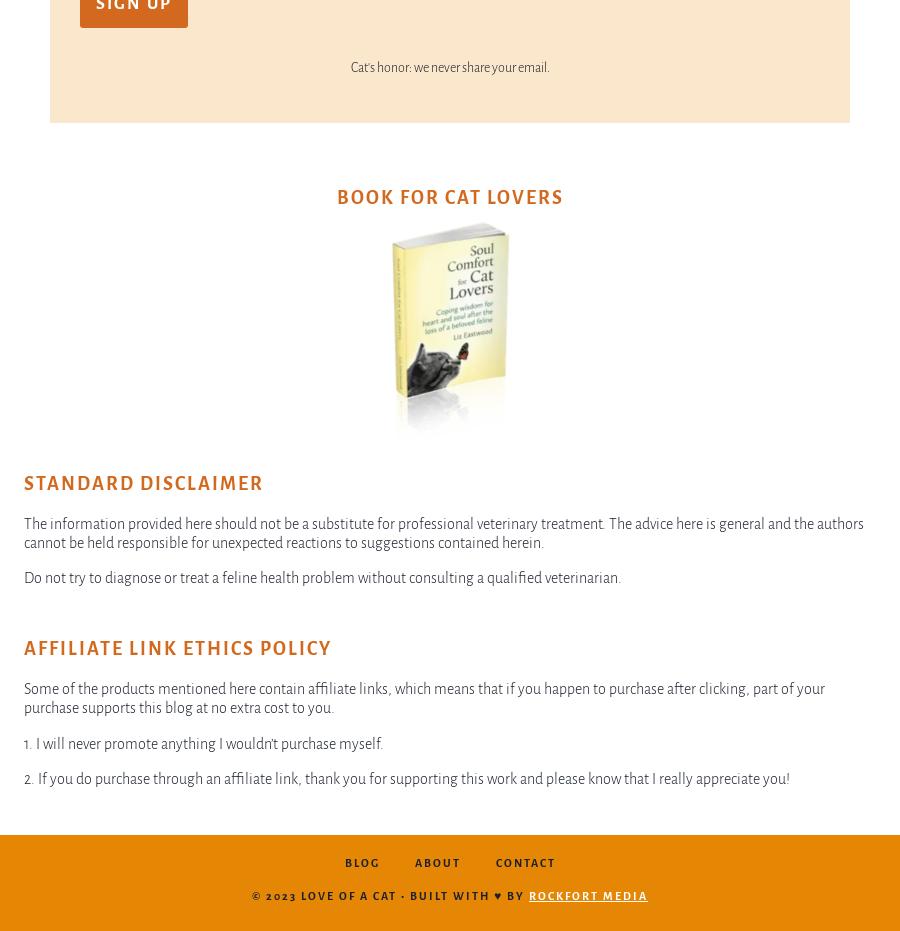 This screenshot has height=931, width=900. Describe the element at coordinates (424, 697) in the screenshot. I see `'Some of the products mentioned here contain affiliate links, which means that if you happen to purchase after clicking, part of your purchase supports this blog at no extra cost to you.'` at that location.